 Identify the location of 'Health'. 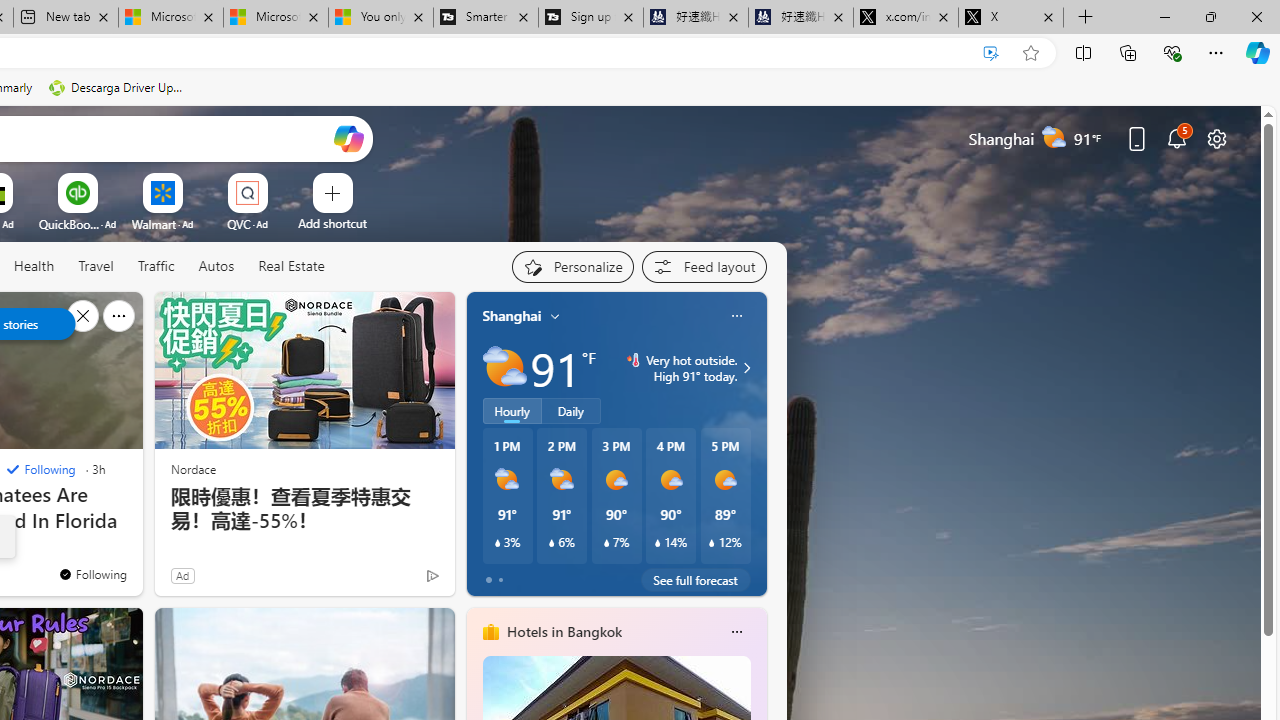
(34, 265).